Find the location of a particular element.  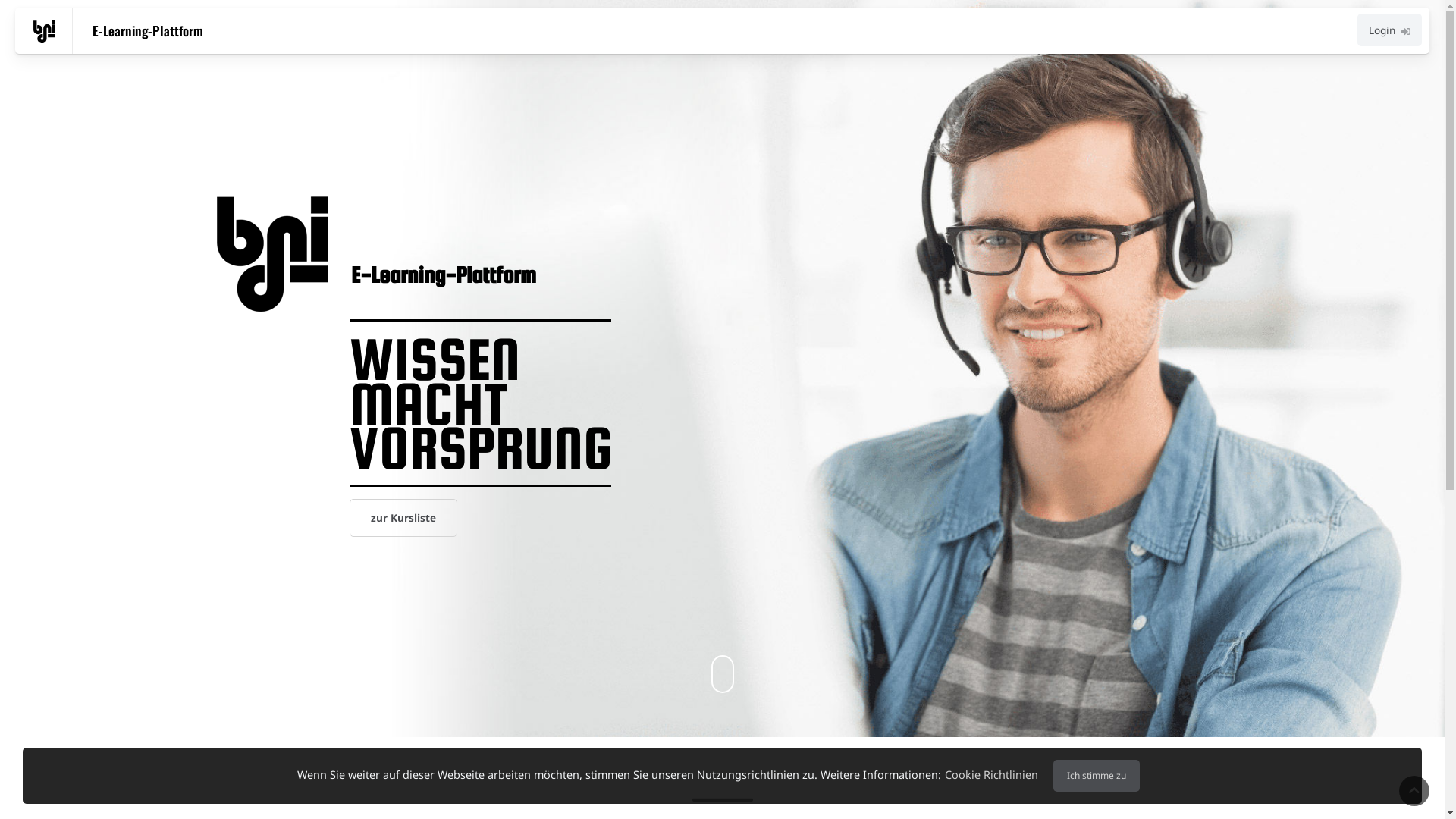

'BDNI E-Learning' is located at coordinates (44, 32).